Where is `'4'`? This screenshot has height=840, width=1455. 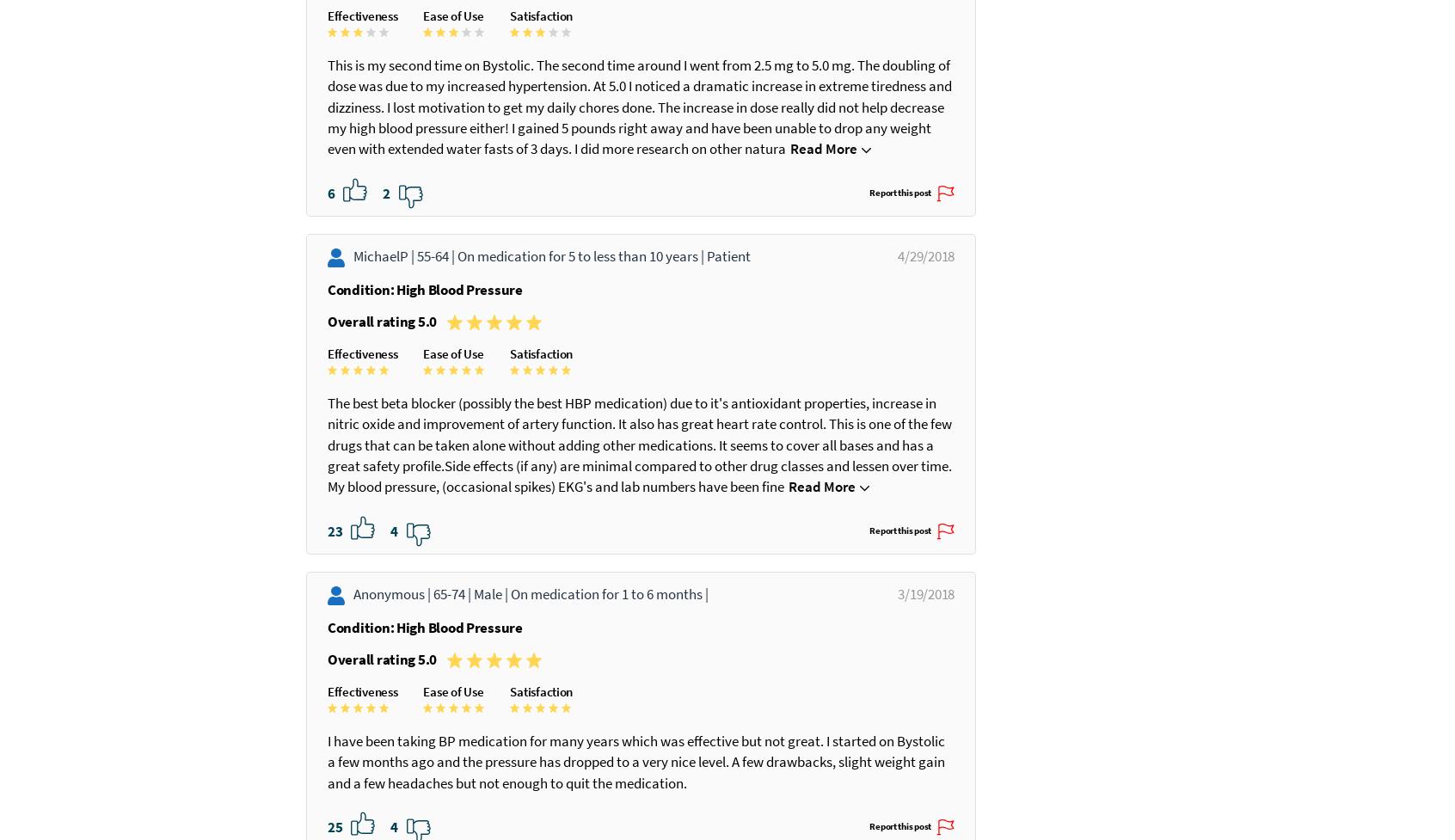 '4' is located at coordinates (394, 676).